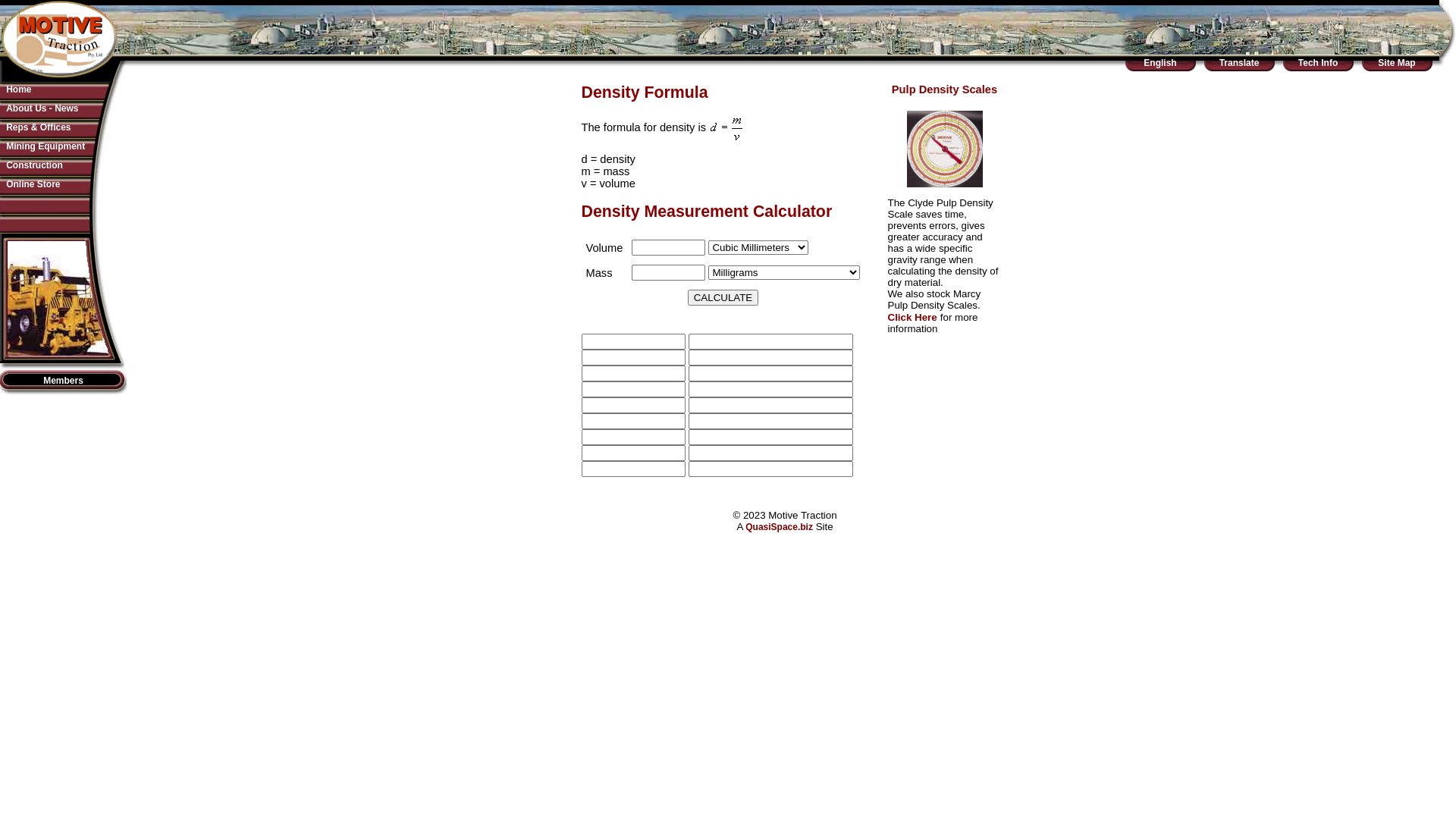 The height and width of the screenshot is (819, 1456). Describe the element at coordinates (911, 317) in the screenshot. I see `'Click Here'` at that location.